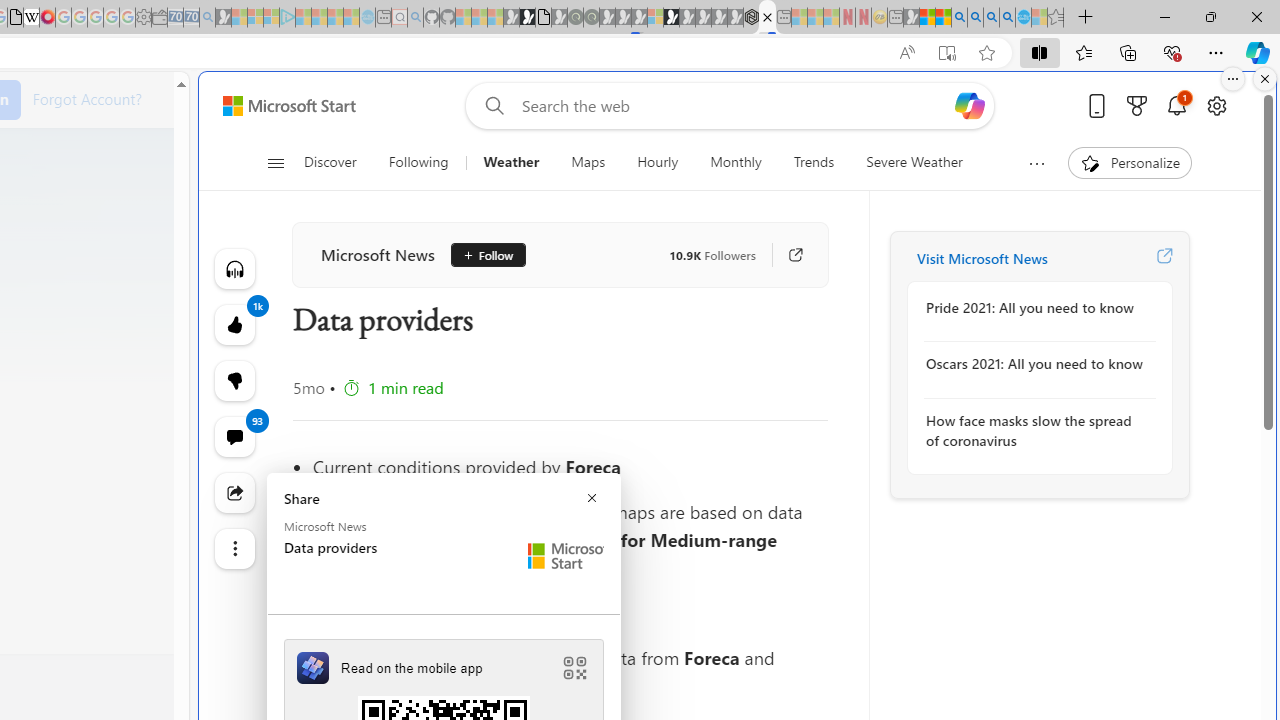 The width and height of the screenshot is (1280, 720). I want to click on 'Open navigation menu', so click(274, 162).